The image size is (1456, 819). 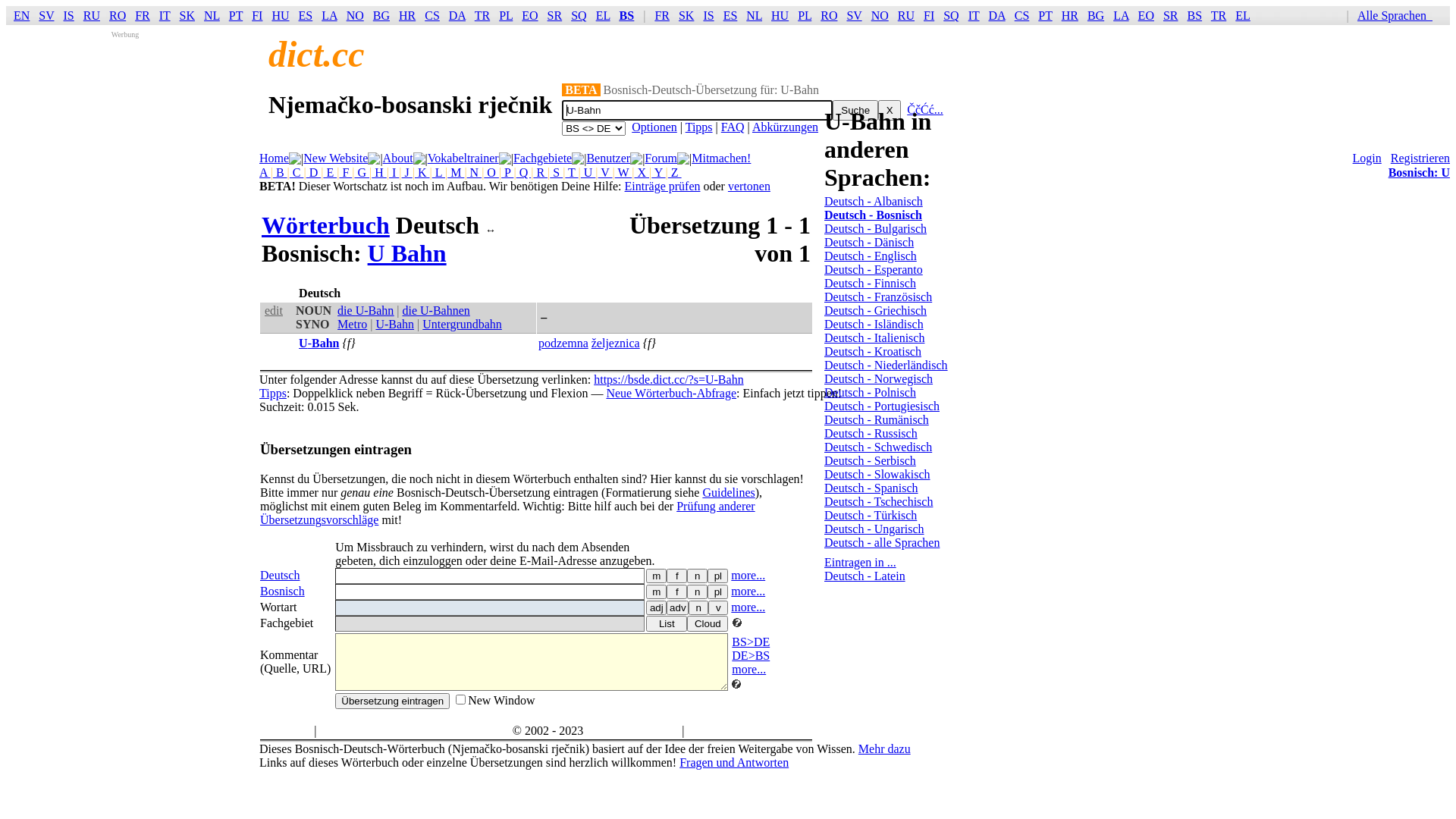 What do you see at coordinates (780, 15) in the screenshot?
I see `'HU'` at bounding box center [780, 15].